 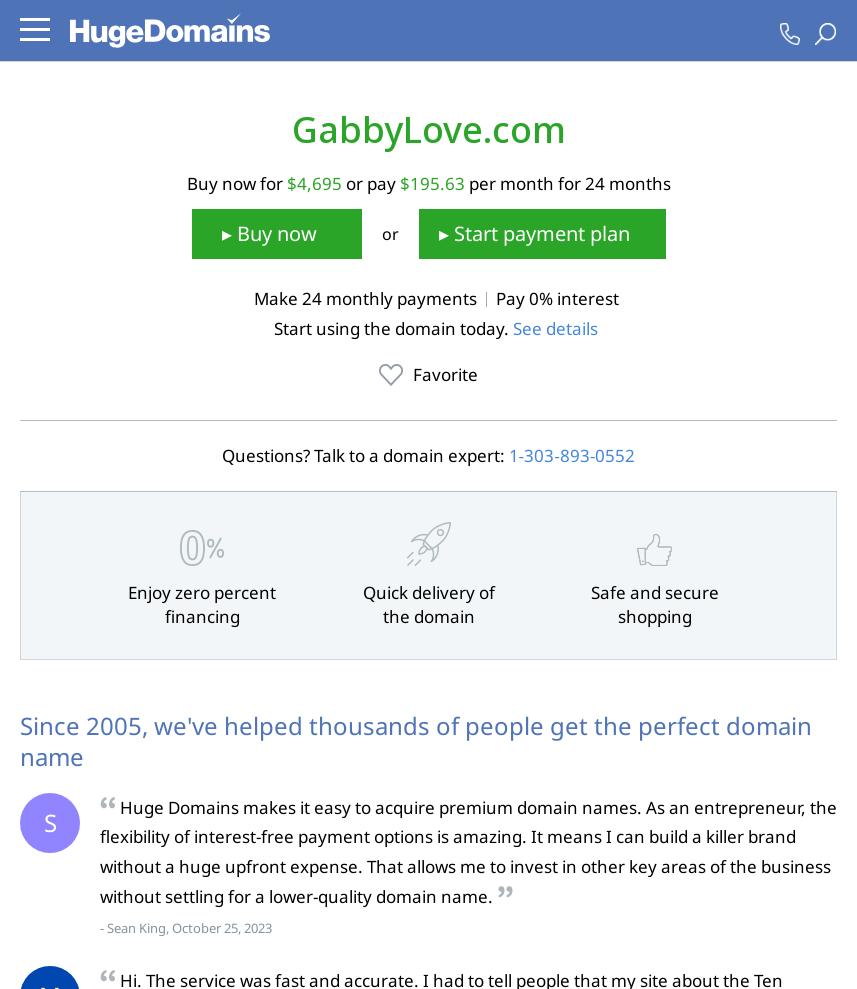 What do you see at coordinates (368, 182) in the screenshot?
I see `'or pay'` at bounding box center [368, 182].